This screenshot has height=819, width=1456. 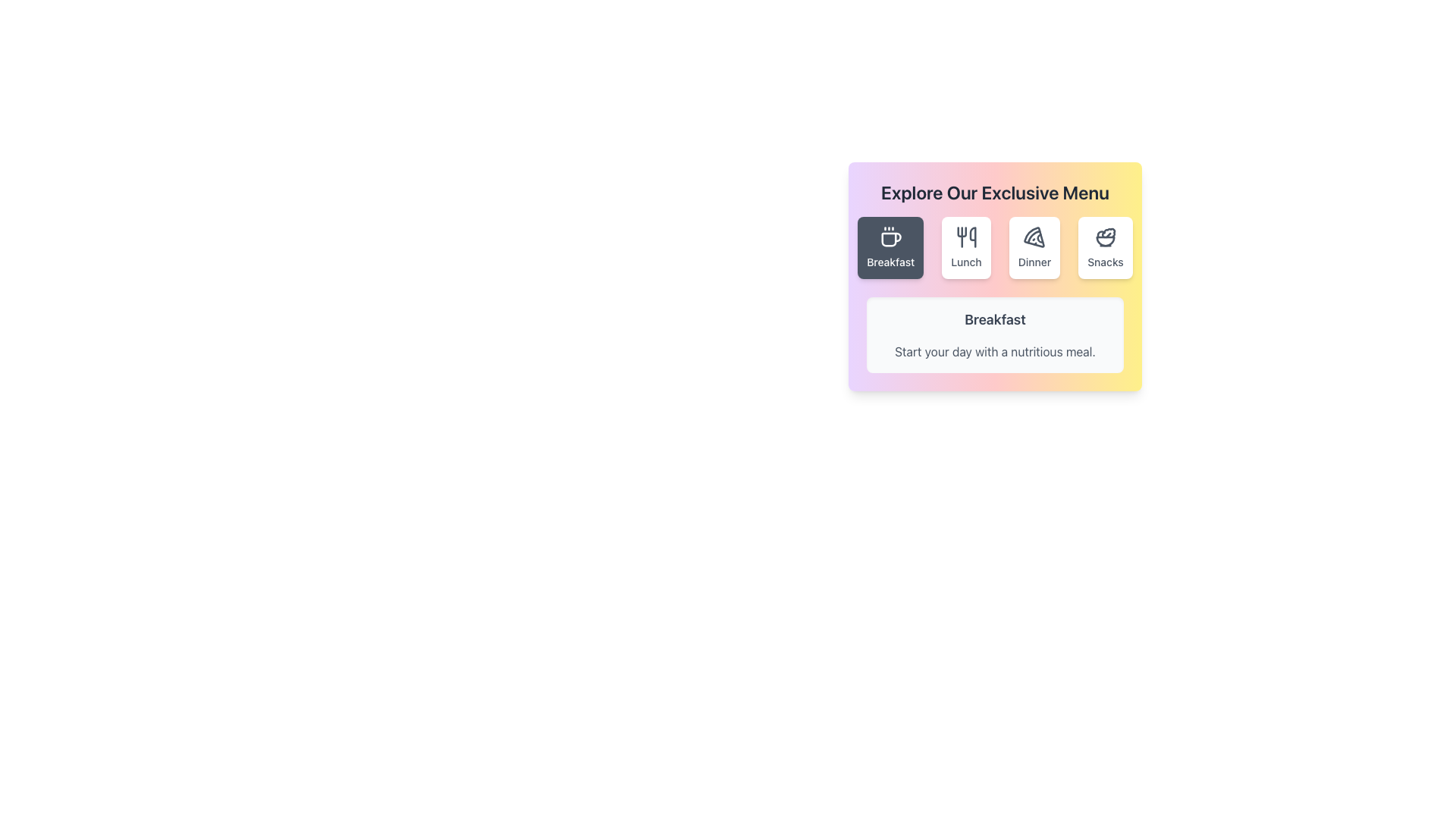 I want to click on the salad bowl icon representing the 'Snacks' menu option, which is located in the upper-right corner of the card grid layout, just above the label 'Snacks', so click(x=1106, y=237).